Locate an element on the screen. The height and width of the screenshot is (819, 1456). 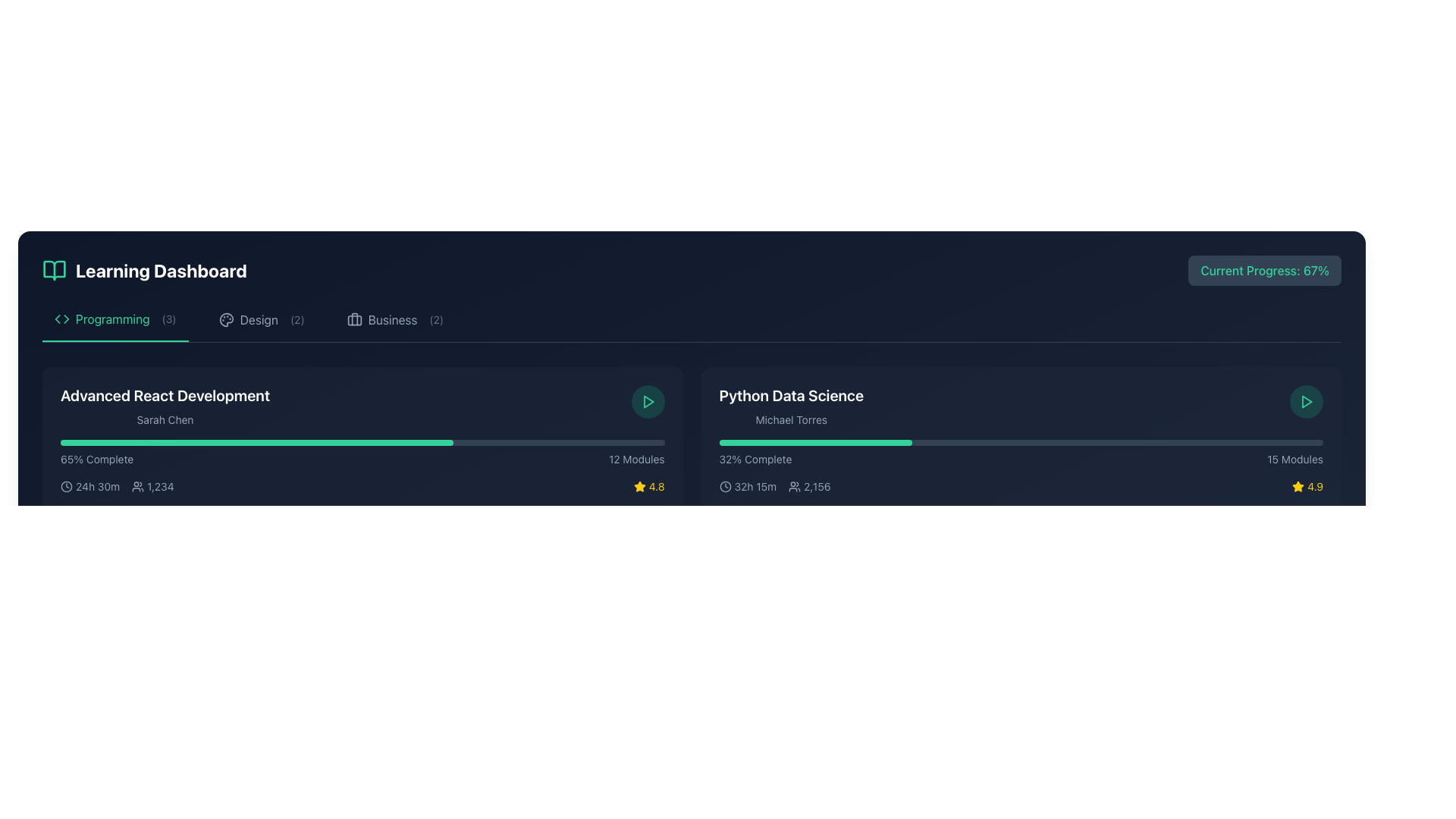
the static text label that indicates the progress percentage, located to the left of '12 Modules' near the progress bar under the 'Advanced React Development' section is located at coordinates (96, 458).